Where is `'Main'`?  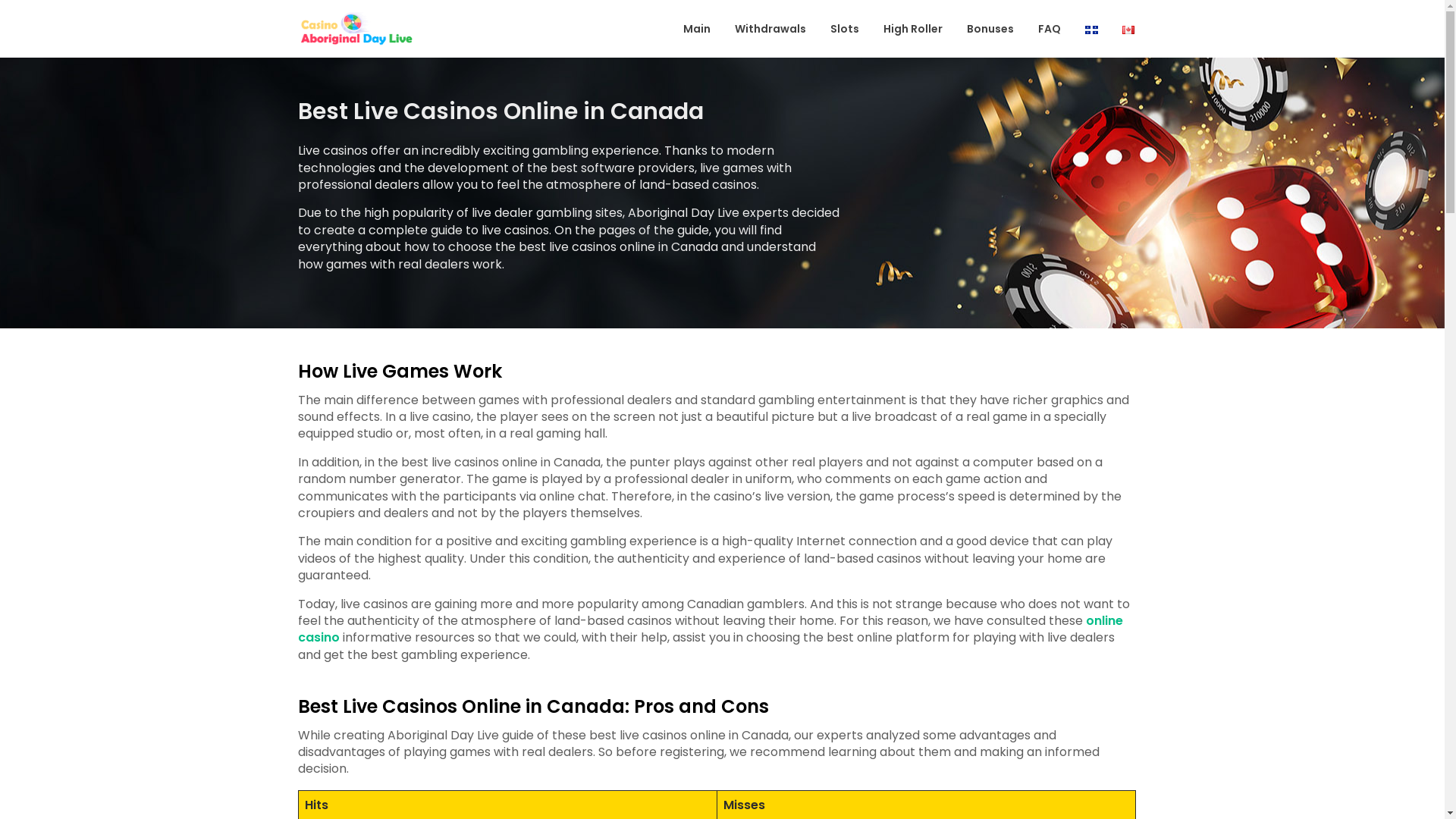
'Main' is located at coordinates (695, 29).